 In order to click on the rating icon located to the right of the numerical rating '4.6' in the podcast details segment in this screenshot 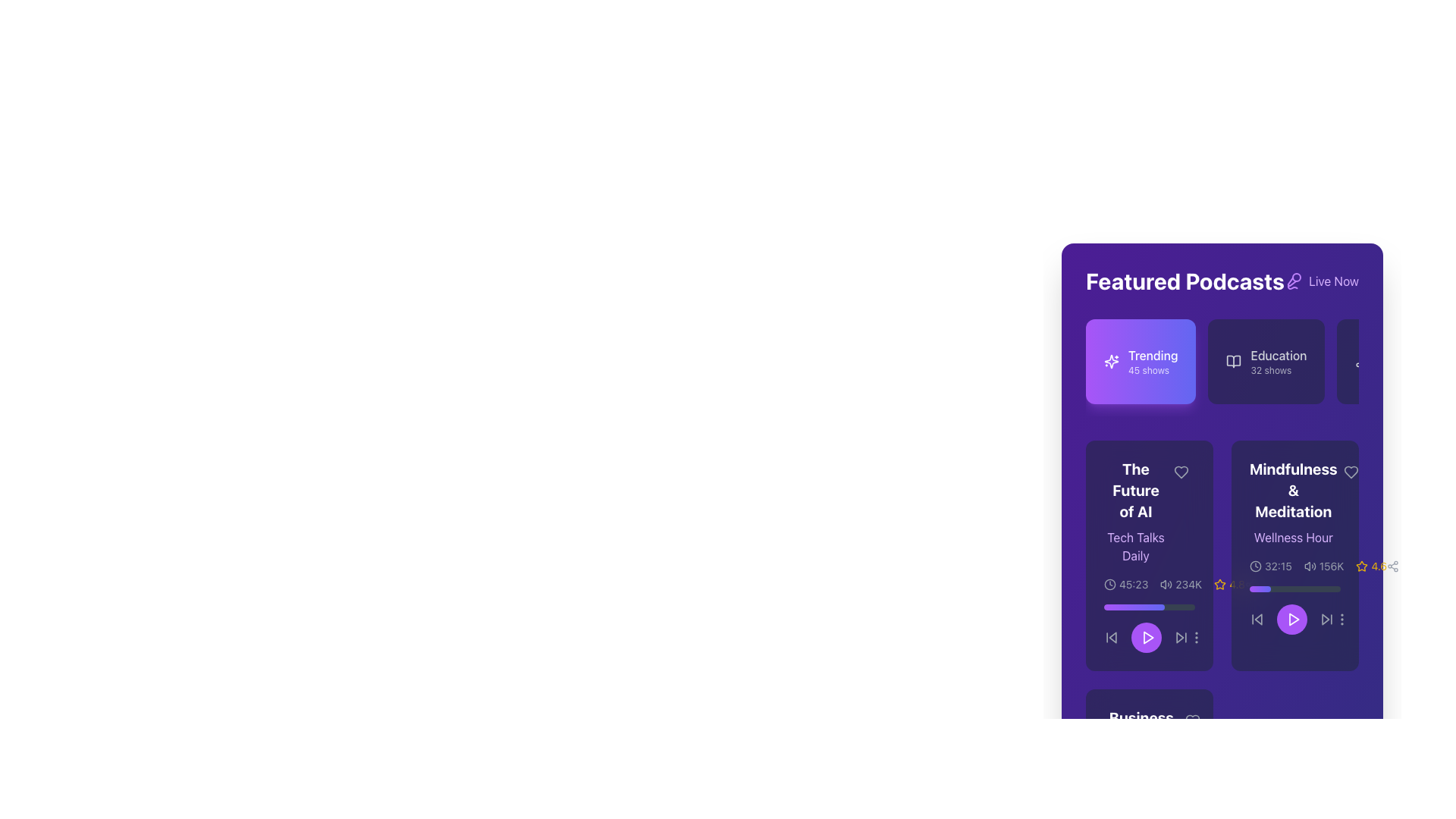, I will do `click(1220, 583)`.